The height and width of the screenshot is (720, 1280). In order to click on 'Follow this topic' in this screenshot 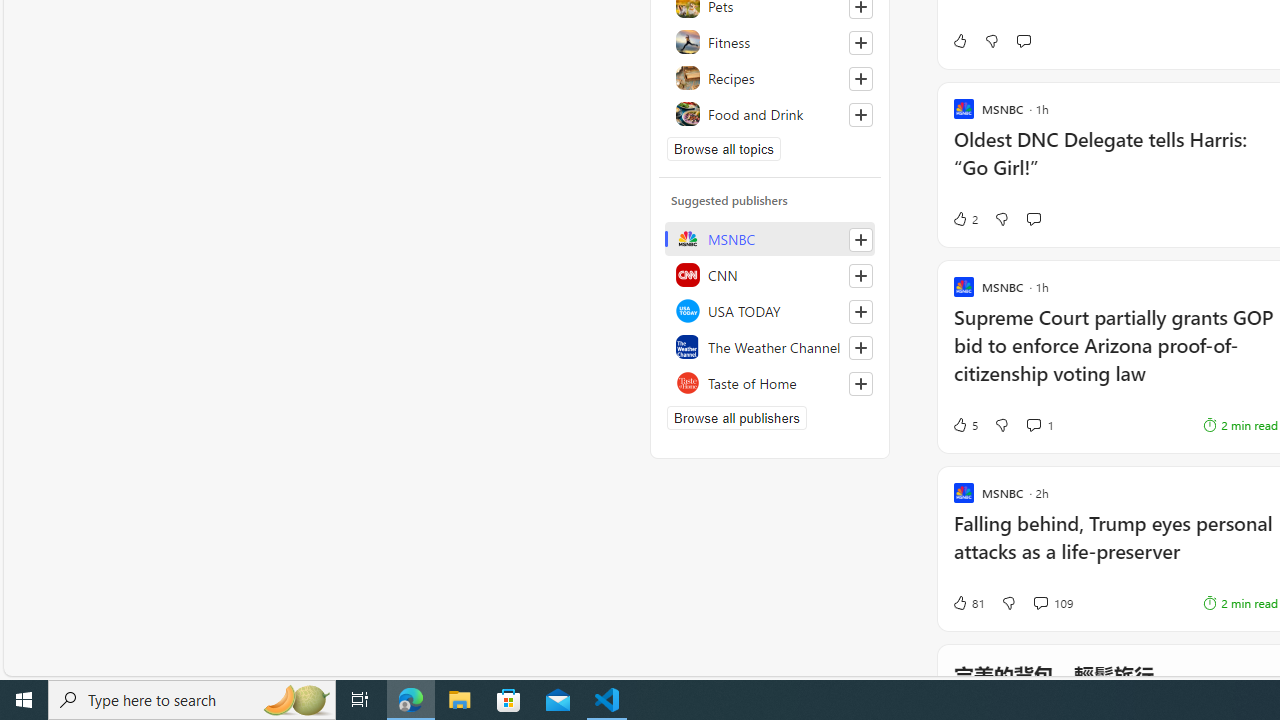, I will do `click(860, 114)`.